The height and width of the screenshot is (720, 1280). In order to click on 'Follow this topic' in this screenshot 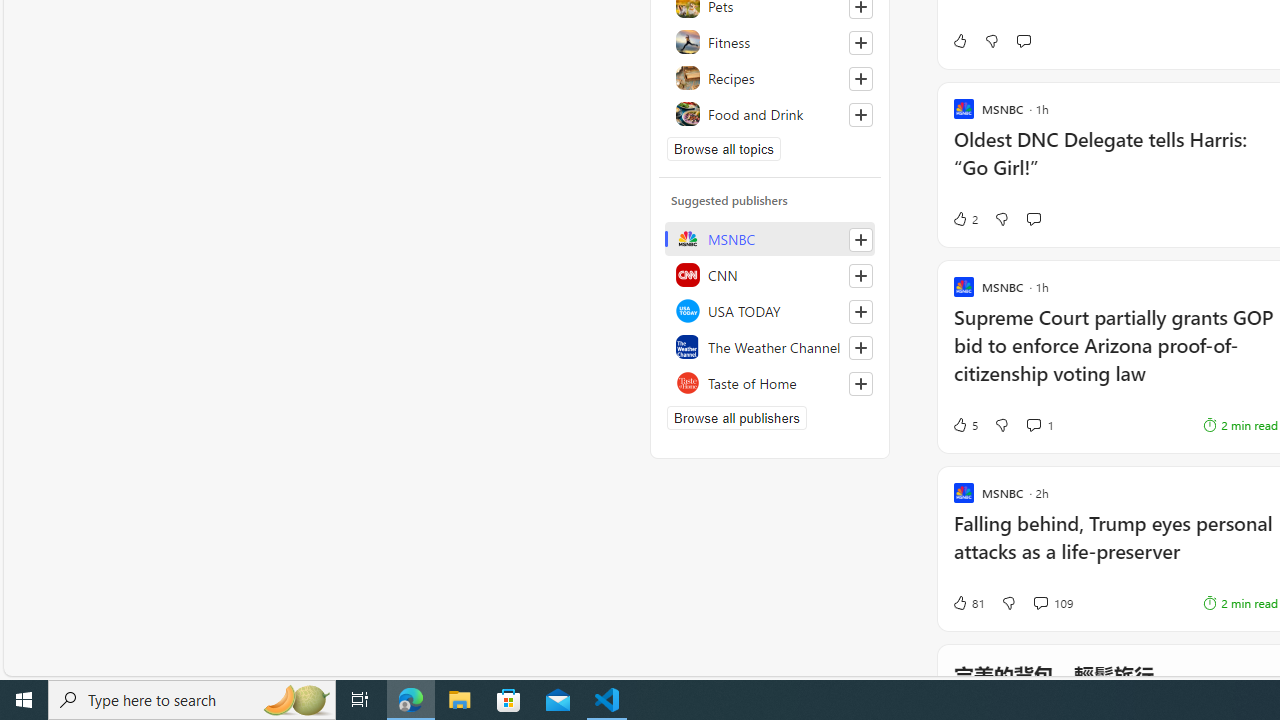, I will do `click(860, 114)`.